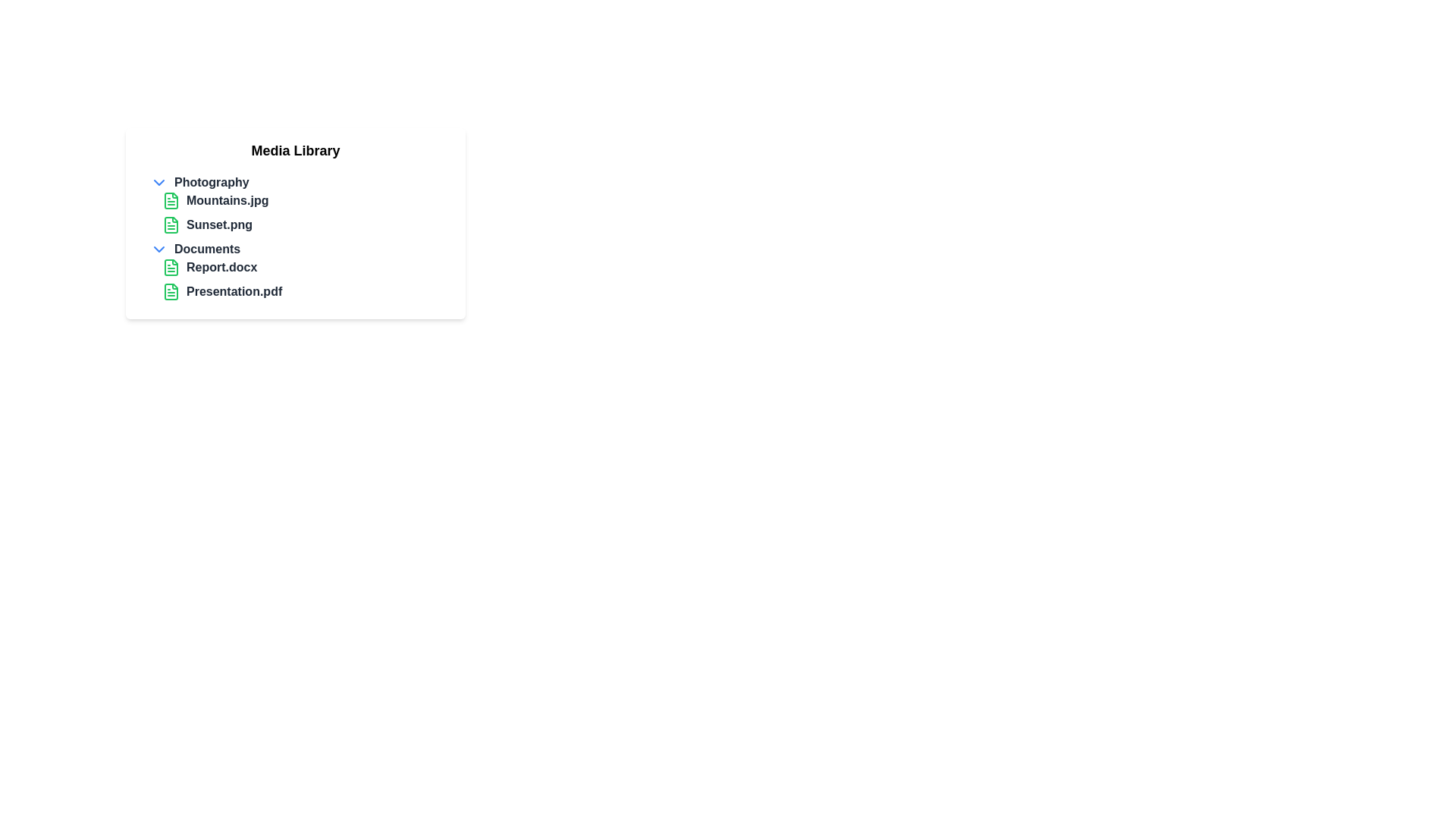 This screenshot has height=819, width=1456. I want to click on an individual file from the categorized list element located centrally below the 'Media Library' heading by clicking on it, so click(295, 237).